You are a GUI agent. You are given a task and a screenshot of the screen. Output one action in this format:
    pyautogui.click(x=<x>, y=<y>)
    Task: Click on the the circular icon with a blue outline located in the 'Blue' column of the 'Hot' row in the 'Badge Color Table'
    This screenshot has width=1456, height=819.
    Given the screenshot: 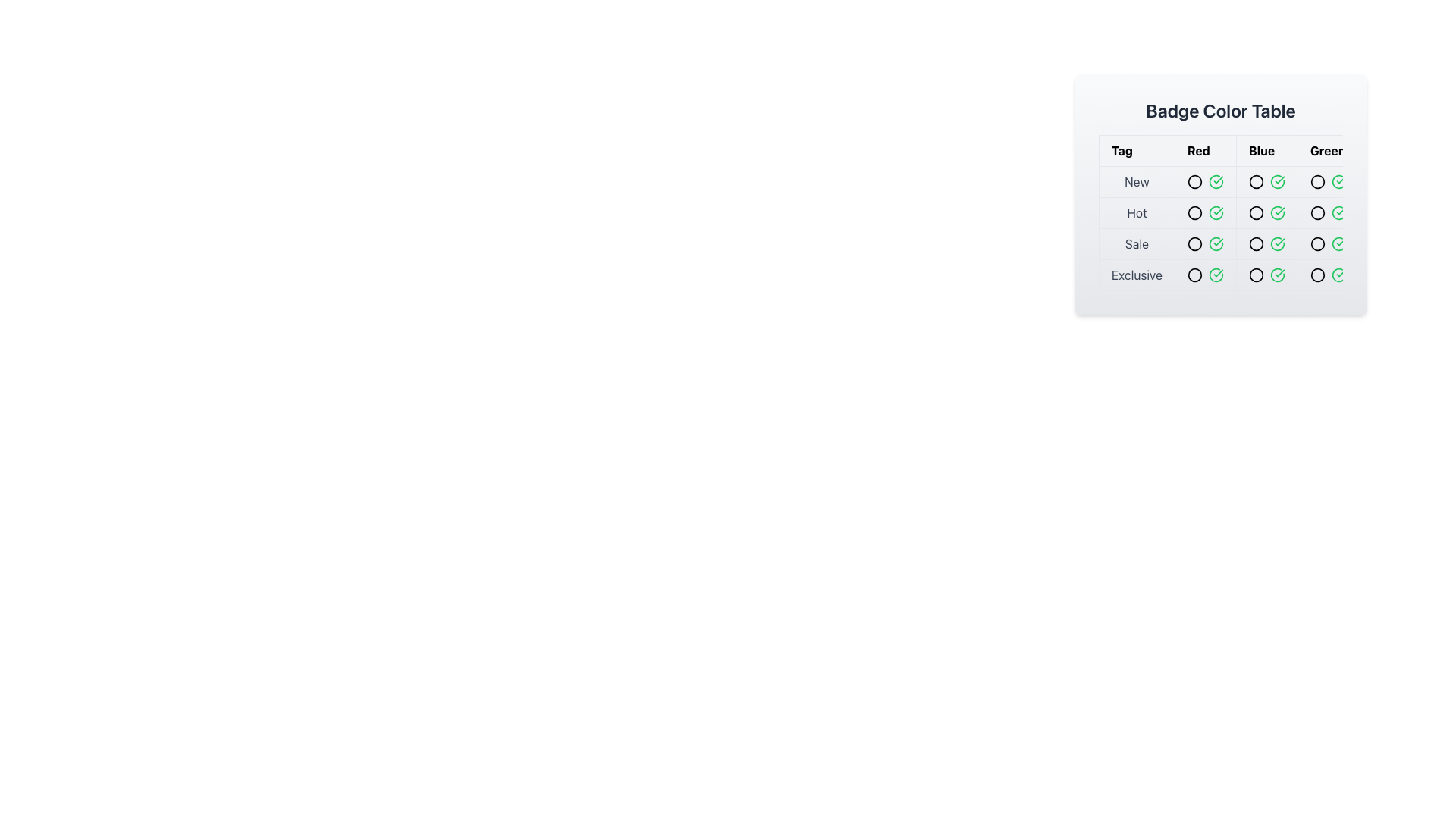 What is the action you would take?
    pyautogui.click(x=1256, y=213)
    